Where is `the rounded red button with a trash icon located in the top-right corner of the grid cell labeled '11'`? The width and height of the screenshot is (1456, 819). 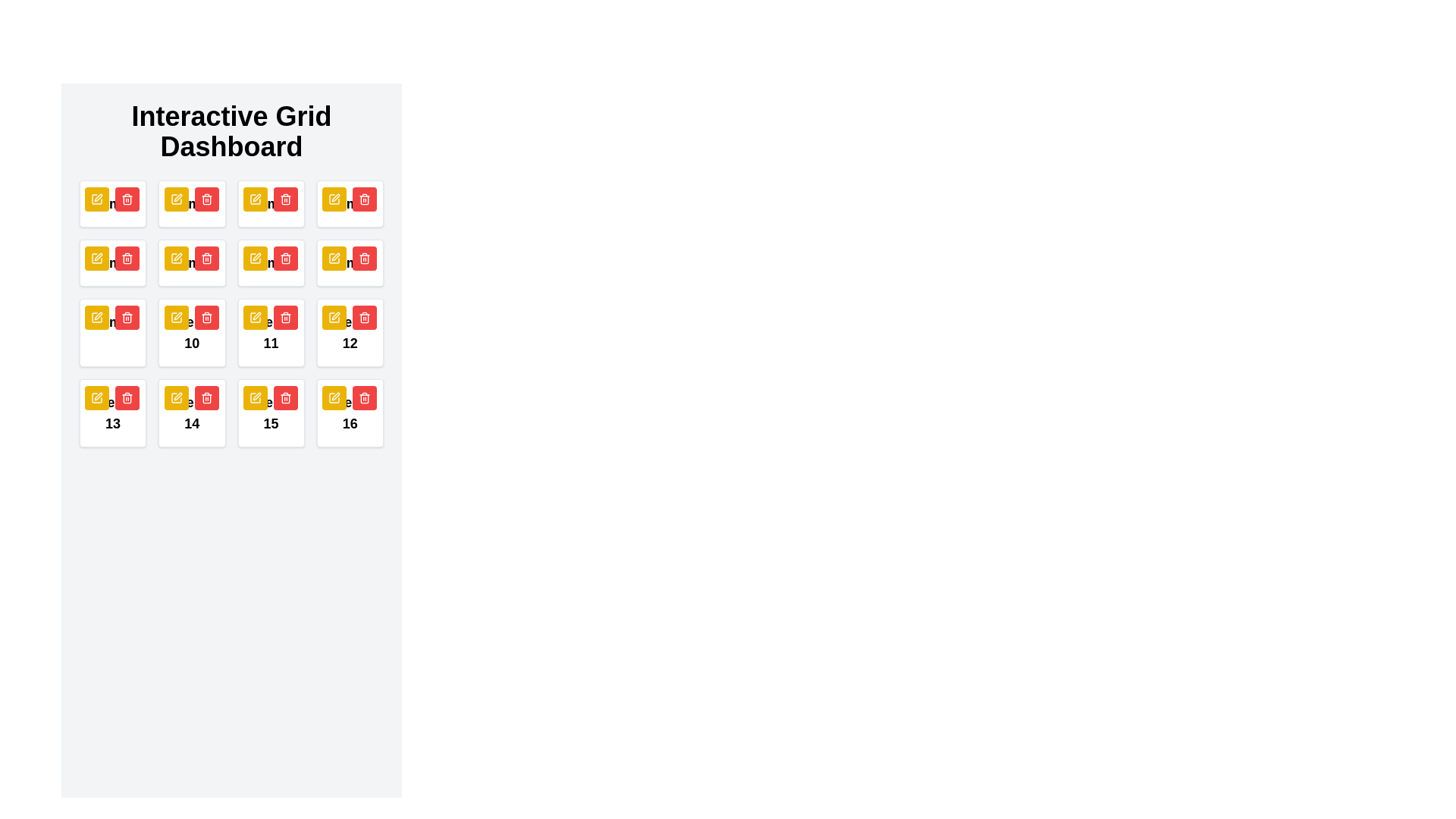 the rounded red button with a trash icon located in the top-right corner of the grid cell labeled '11' is located at coordinates (285, 198).